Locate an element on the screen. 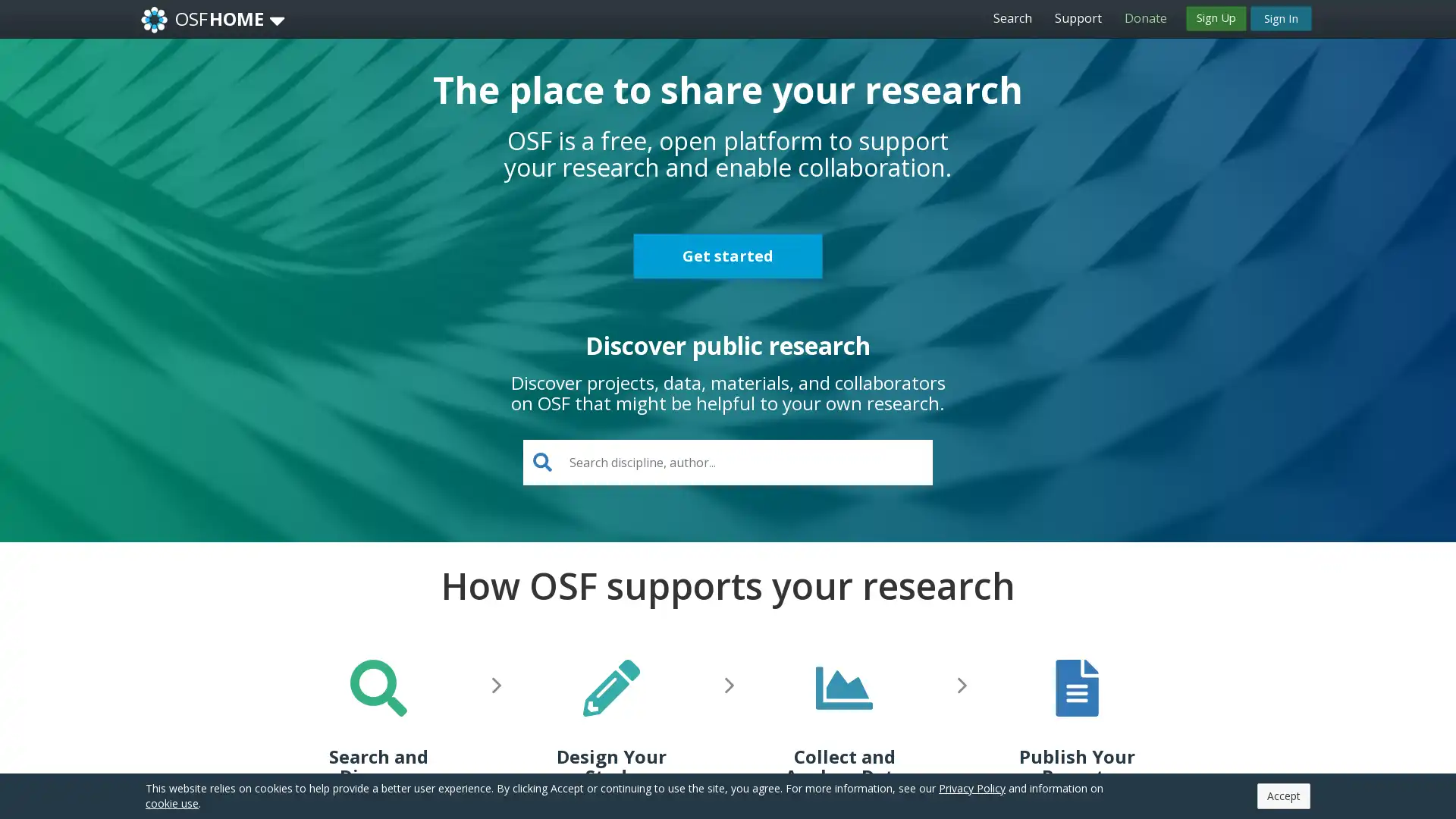 Image resolution: width=1456 pixels, height=819 pixels. Other OSF views is located at coordinates (277, 20).